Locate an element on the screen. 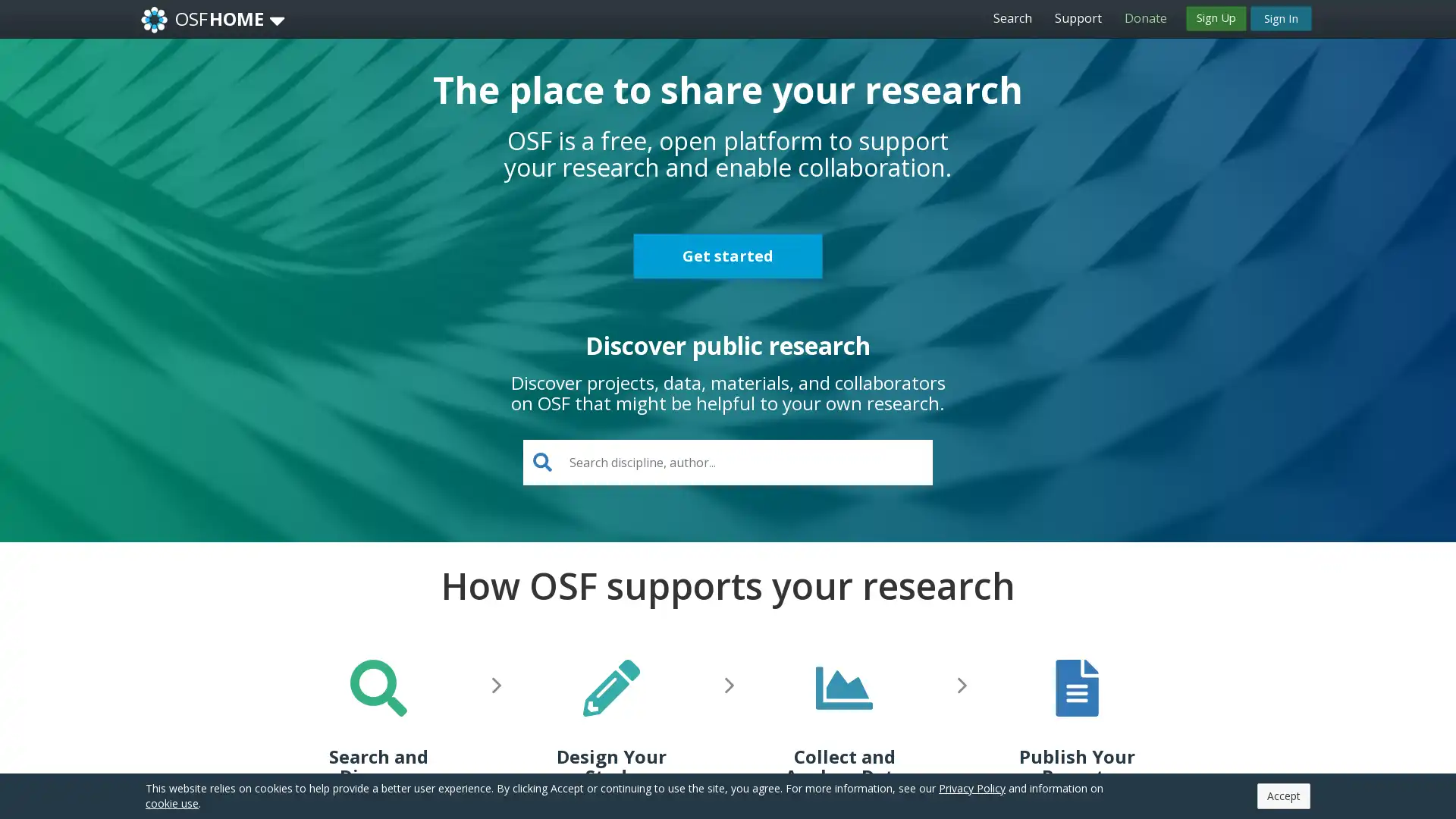 Image resolution: width=1456 pixels, height=819 pixels. Other OSF views is located at coordinates (277, 20).